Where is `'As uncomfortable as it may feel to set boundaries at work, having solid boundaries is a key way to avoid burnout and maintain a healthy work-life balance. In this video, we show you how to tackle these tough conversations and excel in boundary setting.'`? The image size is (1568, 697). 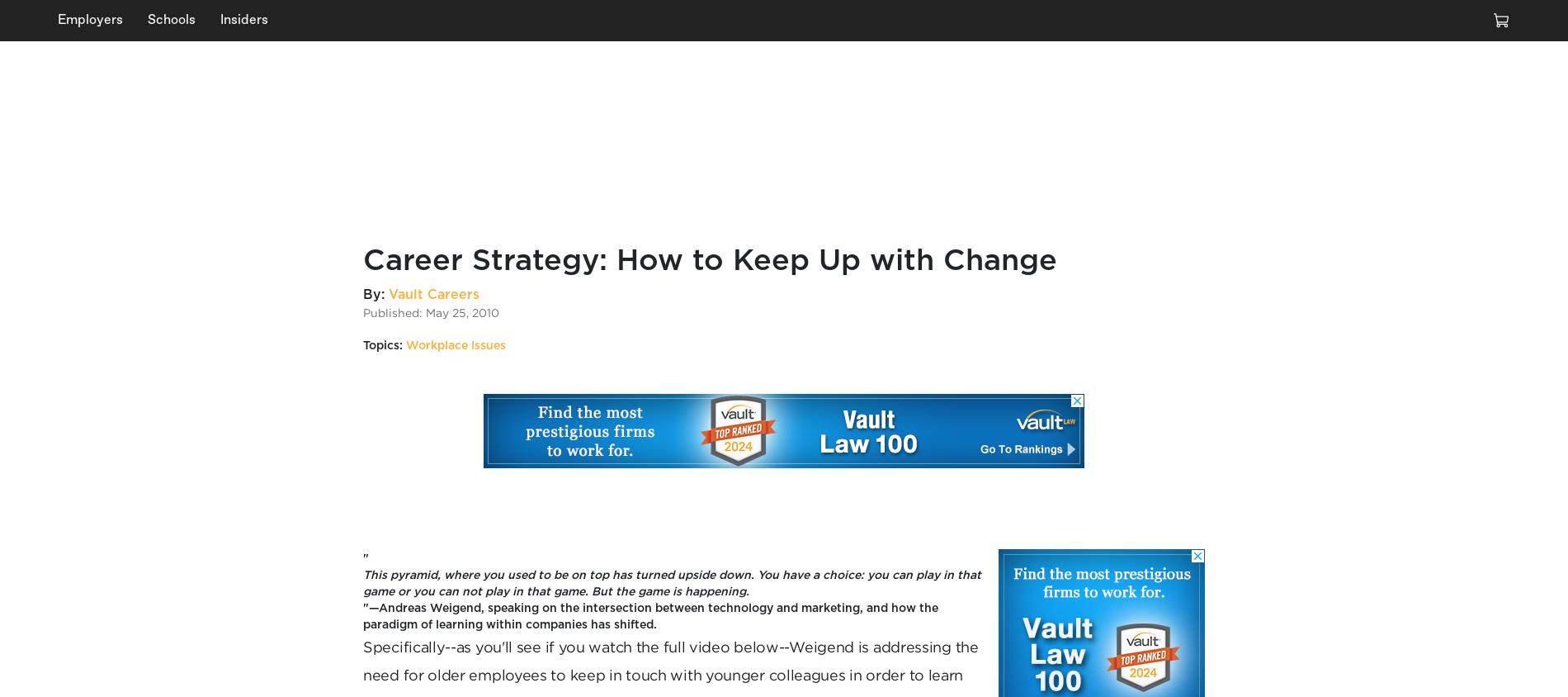 'As uncomfortable as it may feel to set boundaries at work, having solid boundaries is a key way to avoid burnout and maintain a healthy work-life balance. In this video, we show you how to tackle these tough conversations and excel in boundary setting.' is located at coordinates (954, 174).